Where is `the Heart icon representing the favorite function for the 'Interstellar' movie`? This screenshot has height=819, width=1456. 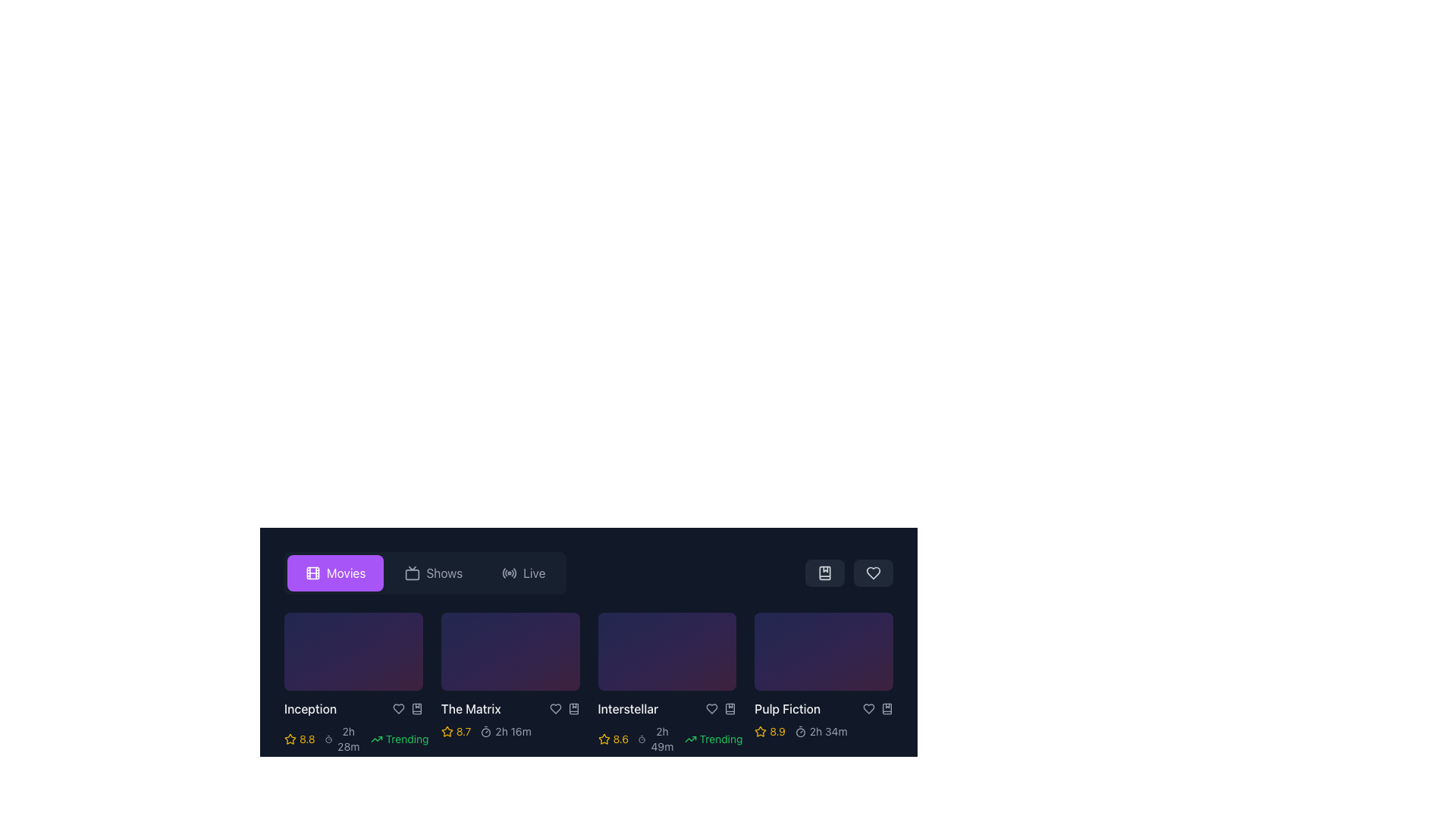 the Heart icon representing the favorite function for the 'Interstellar' movie is located at coordinates (711, 708).